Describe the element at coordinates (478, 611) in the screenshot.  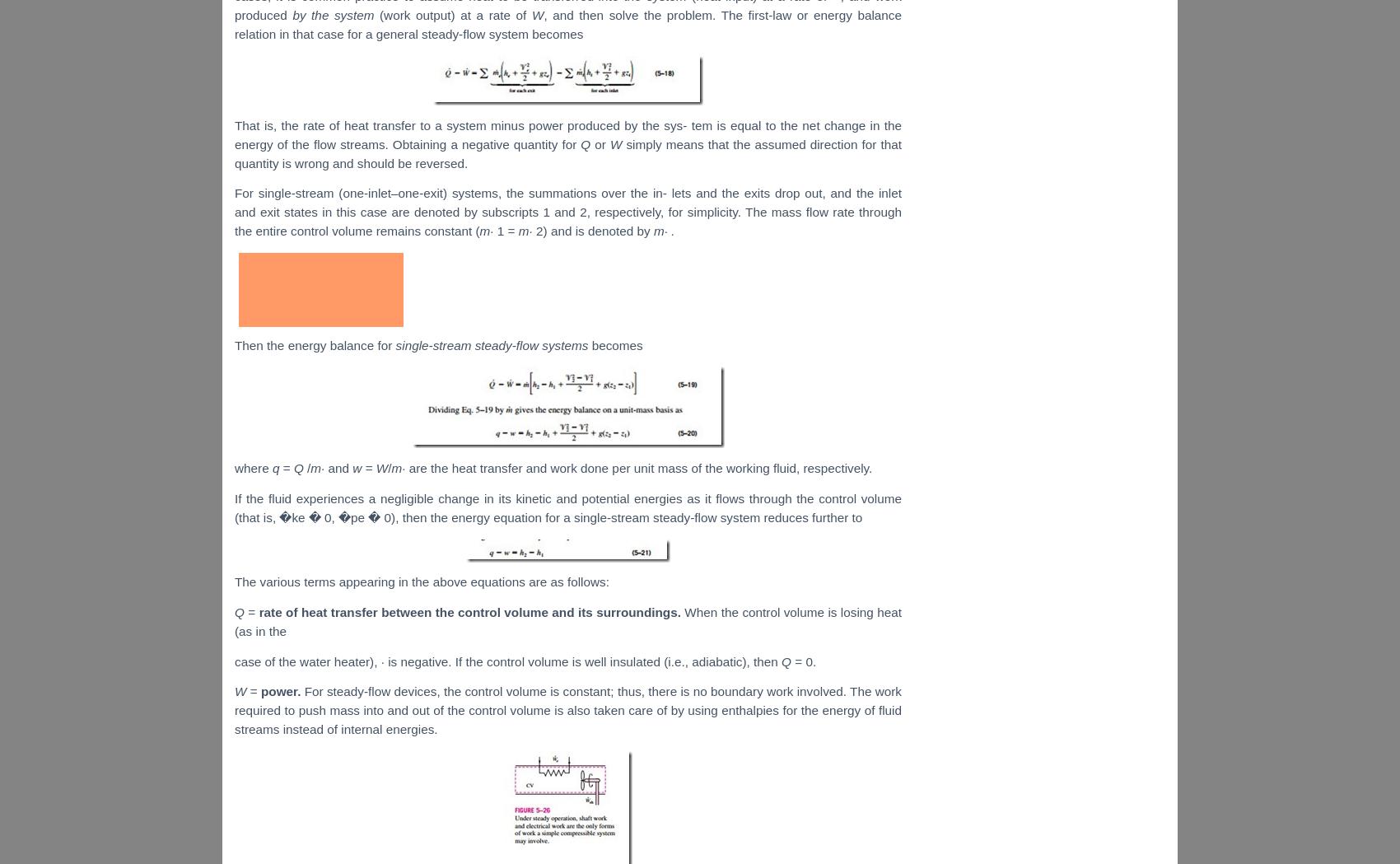
I see `'e of heat transfer between the control volume and its surroundings.'` at that location.